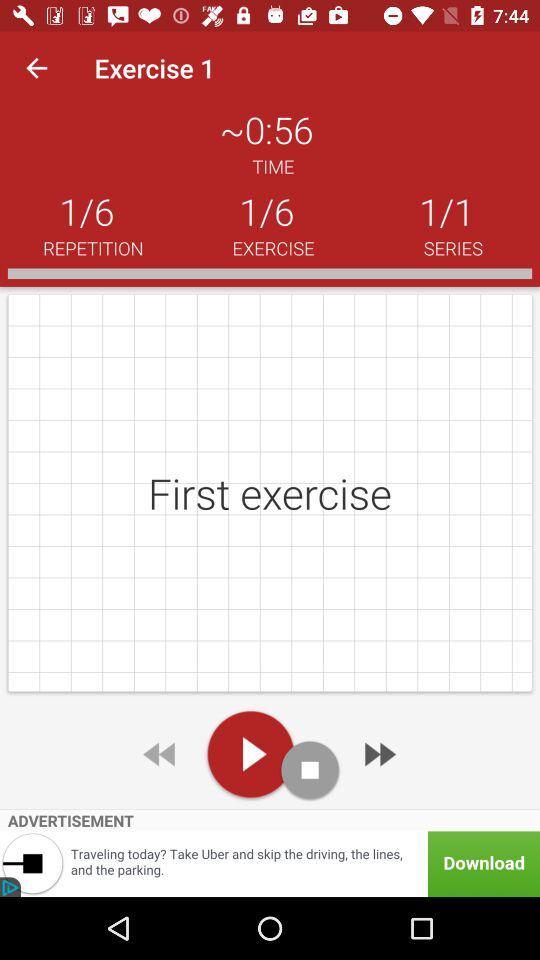 Image resolution: width=540 pixels, height=960 pixels. I want to click on click the play option, so click(250, 753).